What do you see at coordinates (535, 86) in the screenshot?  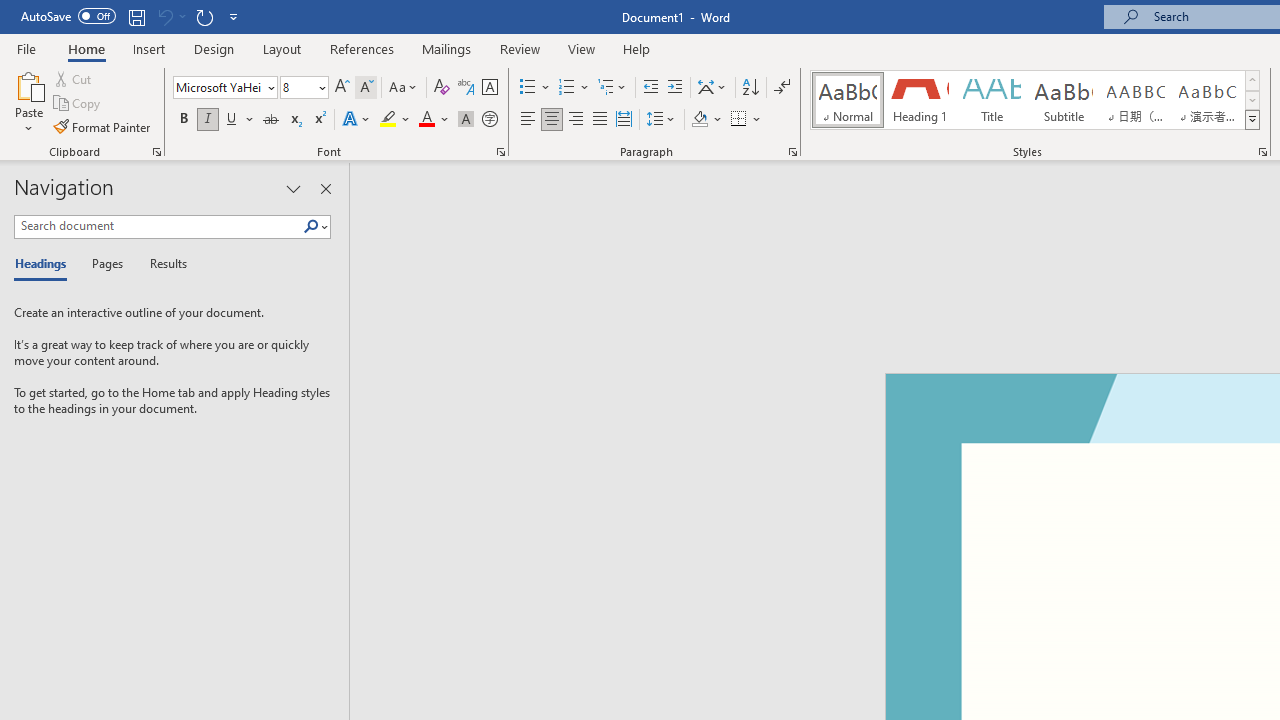 I see `'Bullets'` at bounding box center [535, 86].